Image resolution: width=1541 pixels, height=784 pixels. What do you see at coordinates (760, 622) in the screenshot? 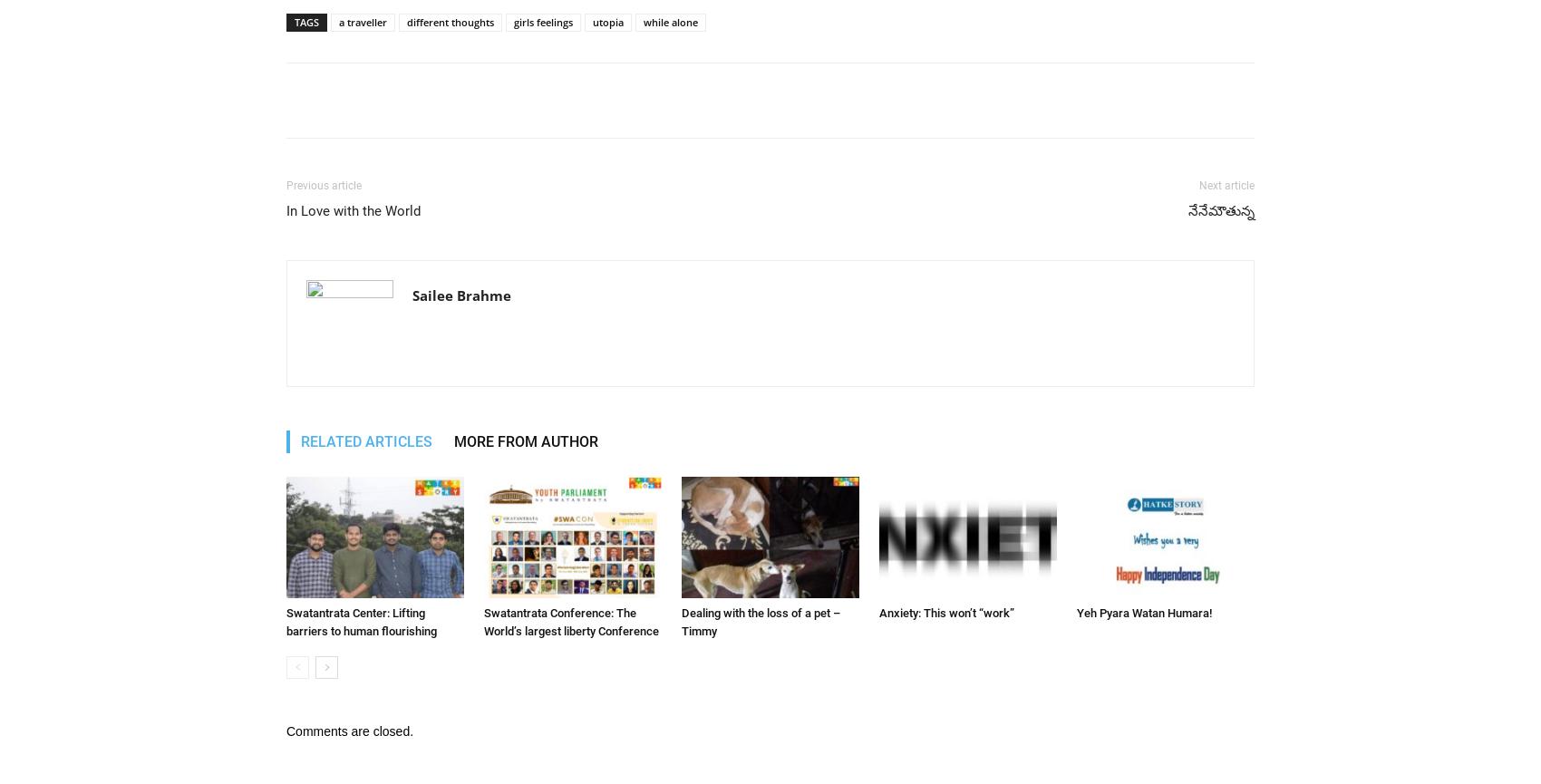
I see `'Dealing with the loss of a pet – Timmy'` at bounding box center [760, 622].